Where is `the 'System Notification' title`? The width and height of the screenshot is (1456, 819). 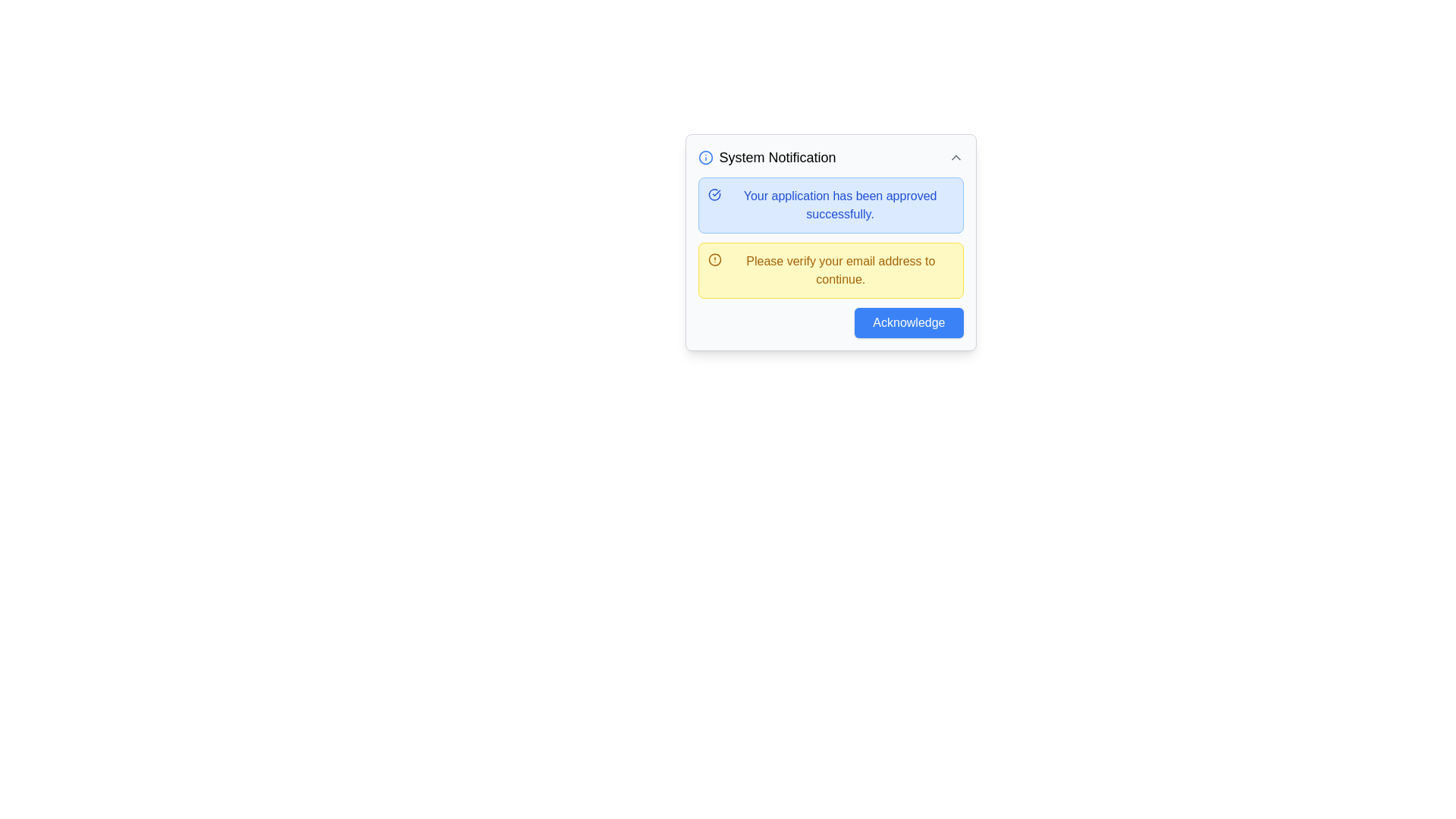 the 'System Notification' title is located at coordinates (830, 158).